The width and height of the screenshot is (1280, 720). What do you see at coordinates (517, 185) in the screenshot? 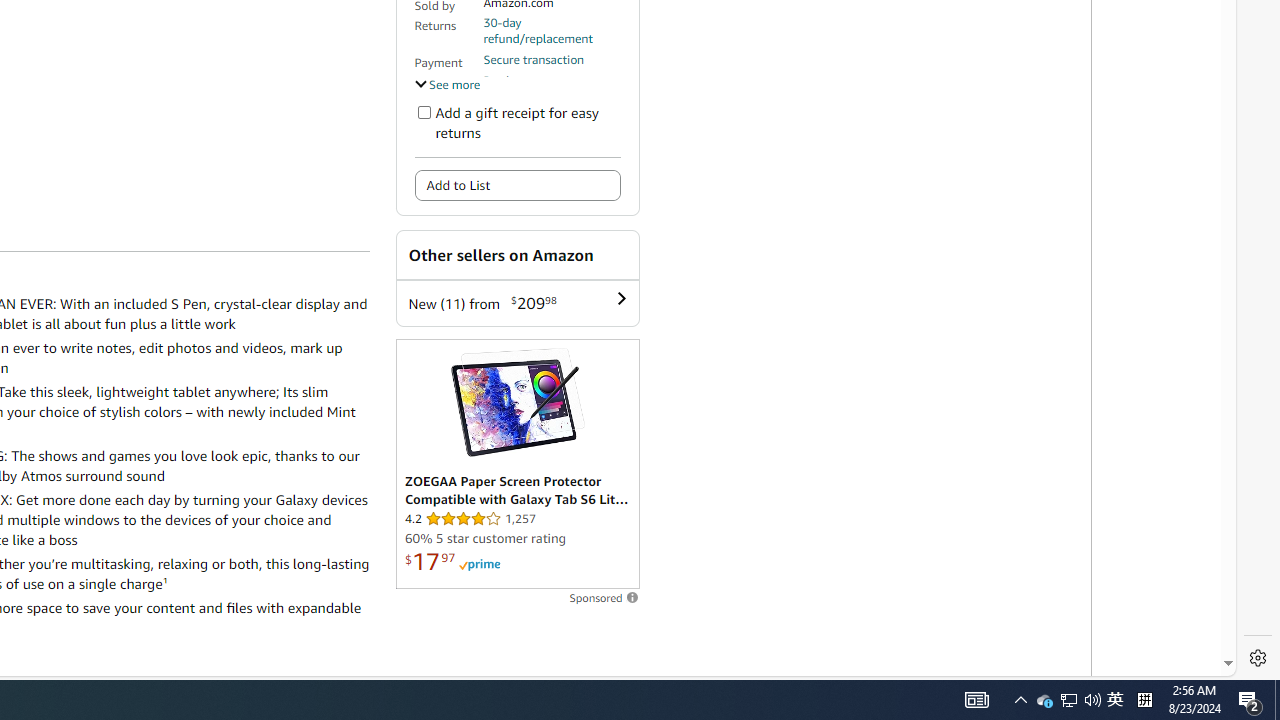
I see `'Add to List'` at bounding box center [517, 185].